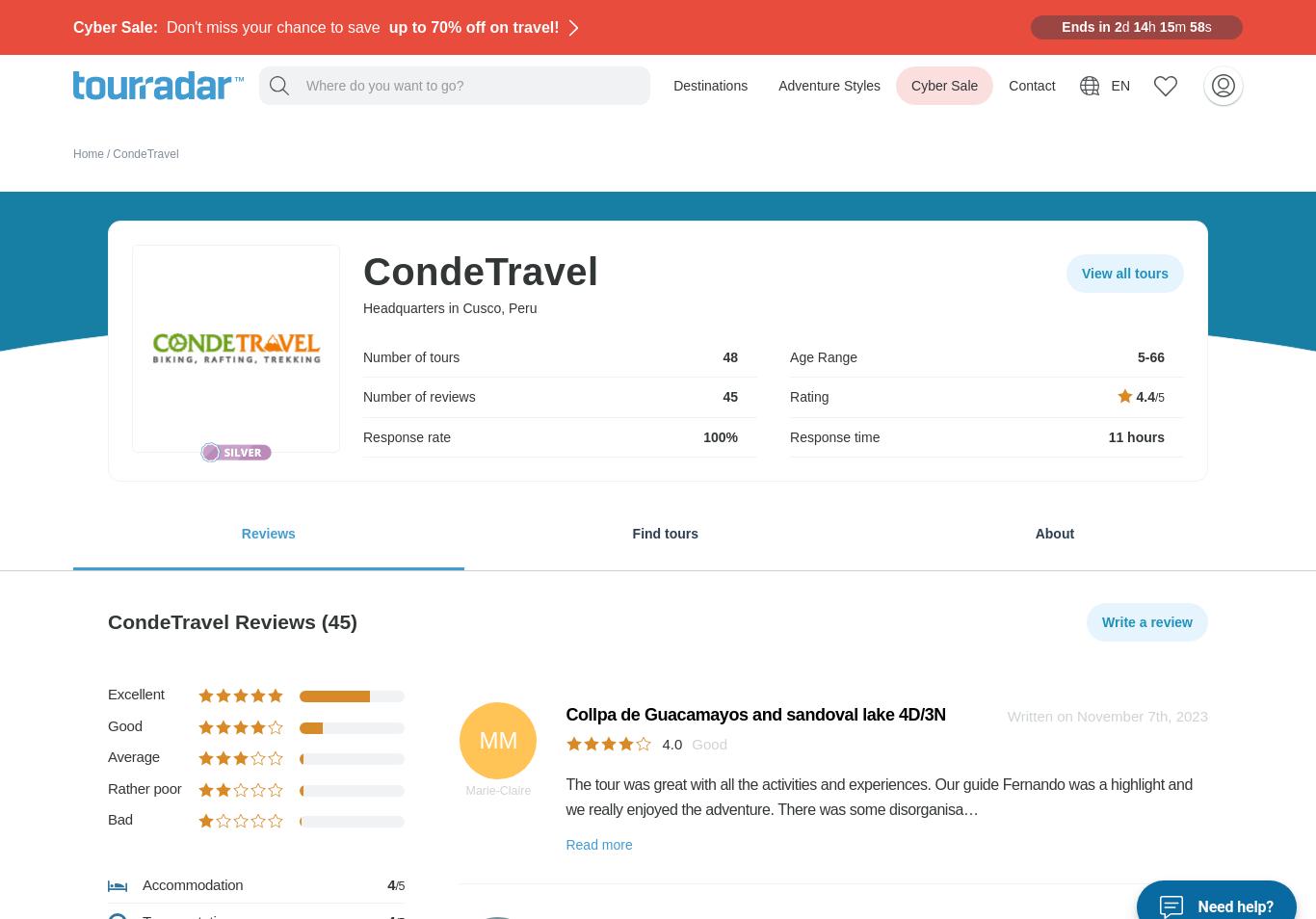 The image size is (1316, 919). Describe the element at coordinates (118, 819) in the screenshot. I see `'Bad'` at that location.